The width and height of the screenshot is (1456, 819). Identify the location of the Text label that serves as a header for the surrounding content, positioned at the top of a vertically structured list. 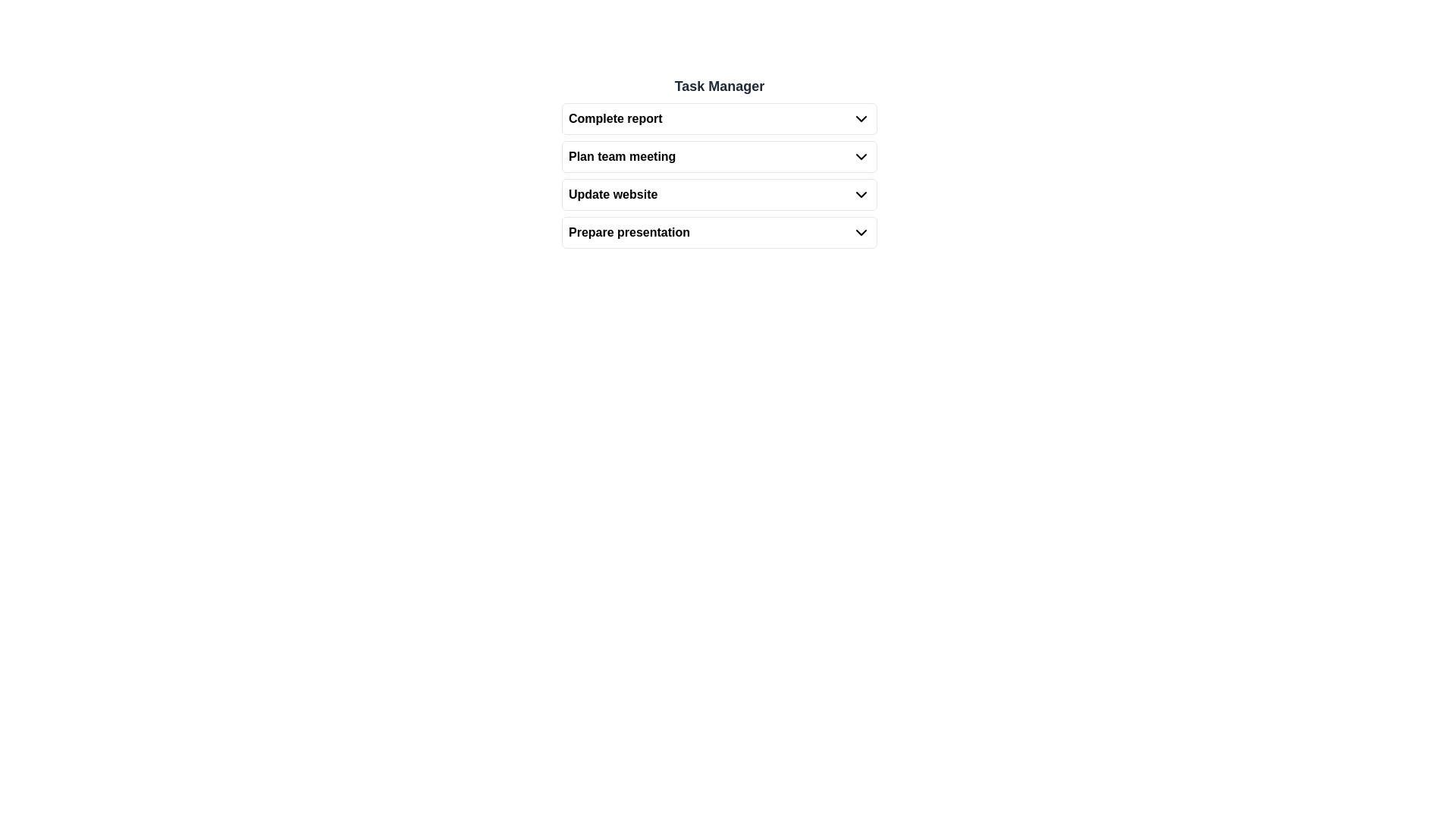
(719, 86).